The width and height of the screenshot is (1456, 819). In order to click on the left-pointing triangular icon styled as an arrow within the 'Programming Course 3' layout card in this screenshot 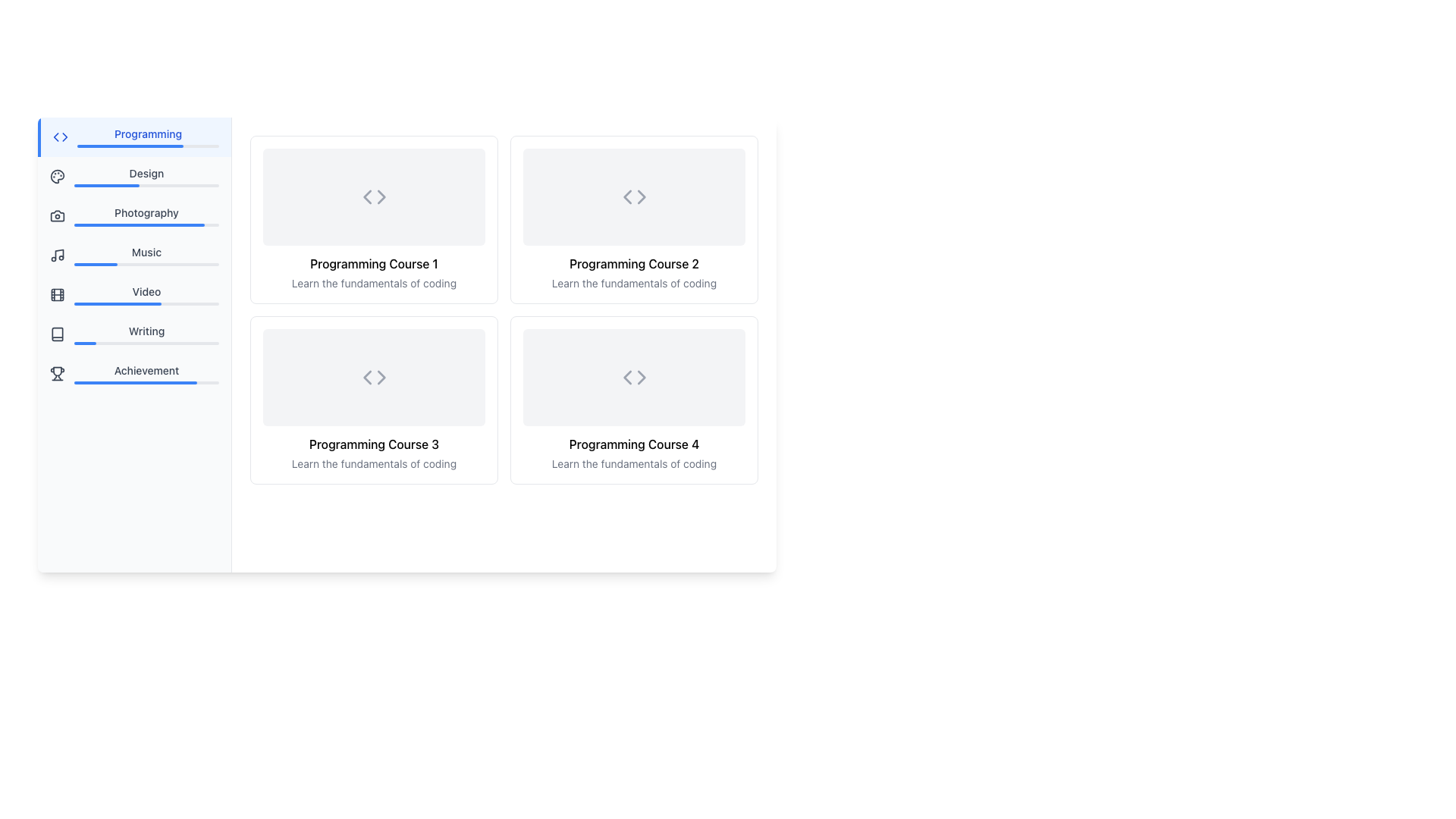, I will do `click(367, 376)`.